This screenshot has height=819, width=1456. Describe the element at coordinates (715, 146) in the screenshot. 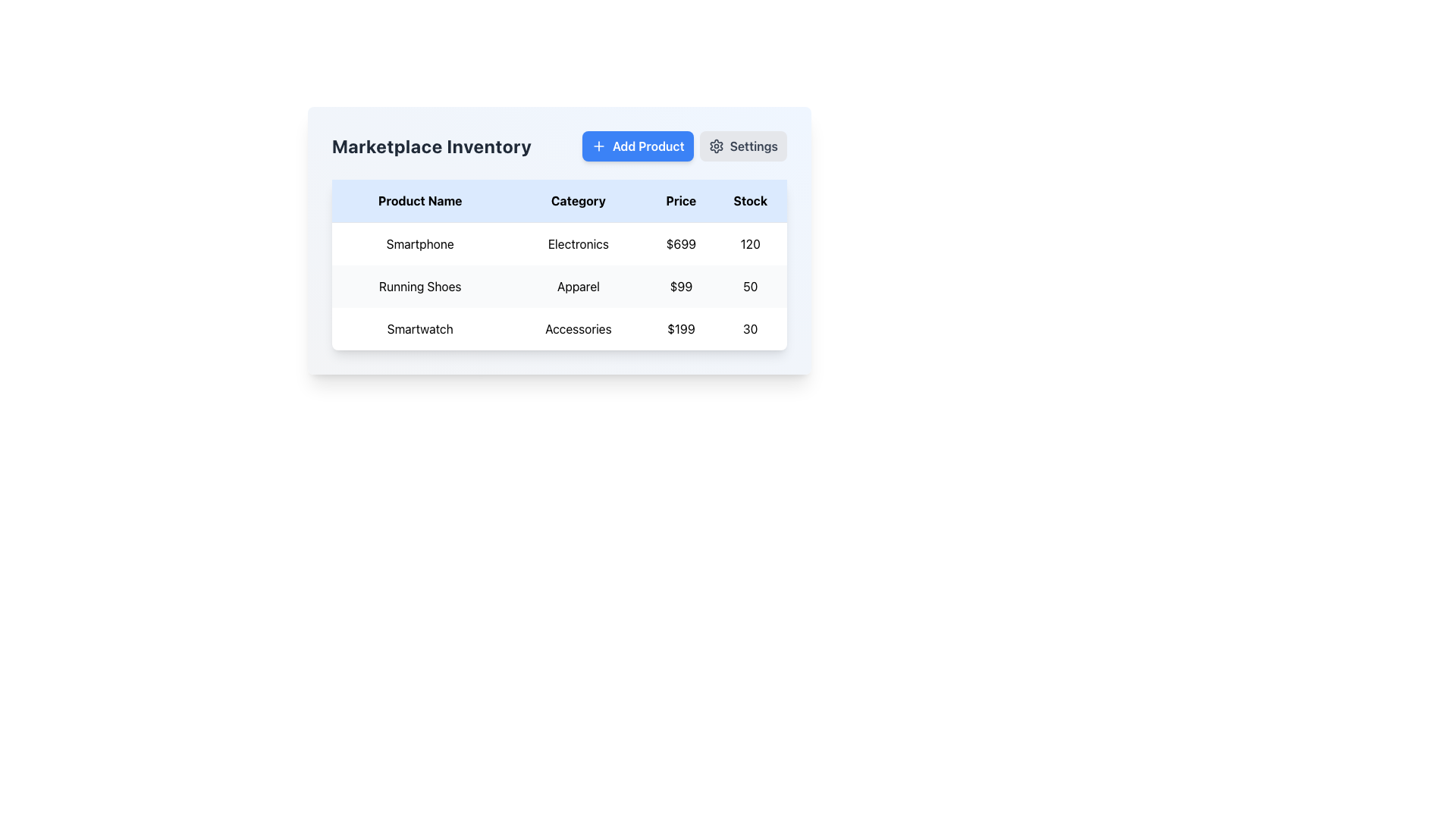

I see `the gear icon located inside the 'Settings' button in the top-right corner of the main card interface` at that location.